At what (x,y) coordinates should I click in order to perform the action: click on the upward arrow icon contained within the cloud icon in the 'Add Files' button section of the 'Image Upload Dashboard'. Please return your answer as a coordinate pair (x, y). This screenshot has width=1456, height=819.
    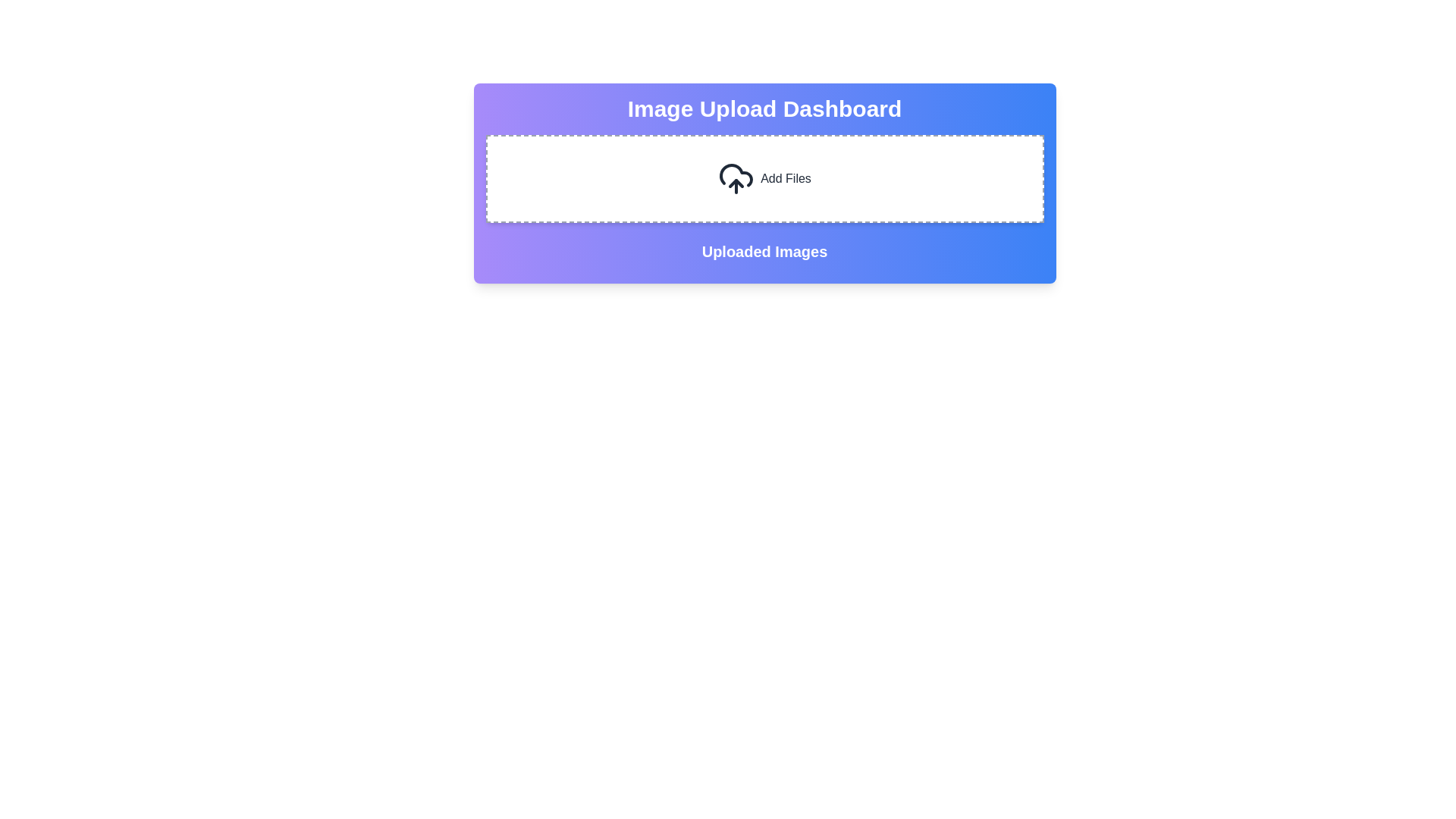
    Looking at the image, I should click on (736, 183).